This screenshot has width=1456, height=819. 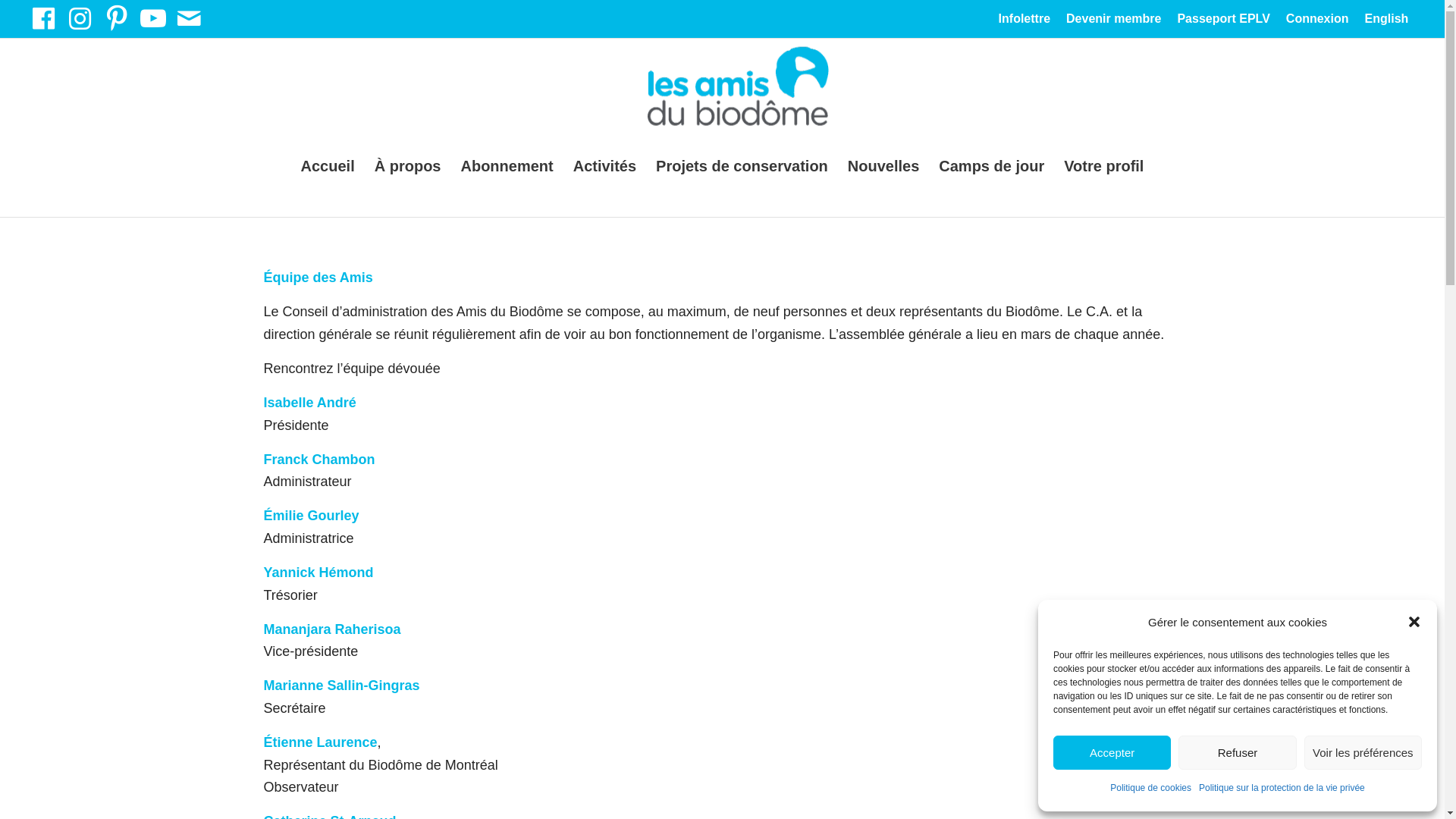 I want to click on 'English', so click(x=1386, y=21).